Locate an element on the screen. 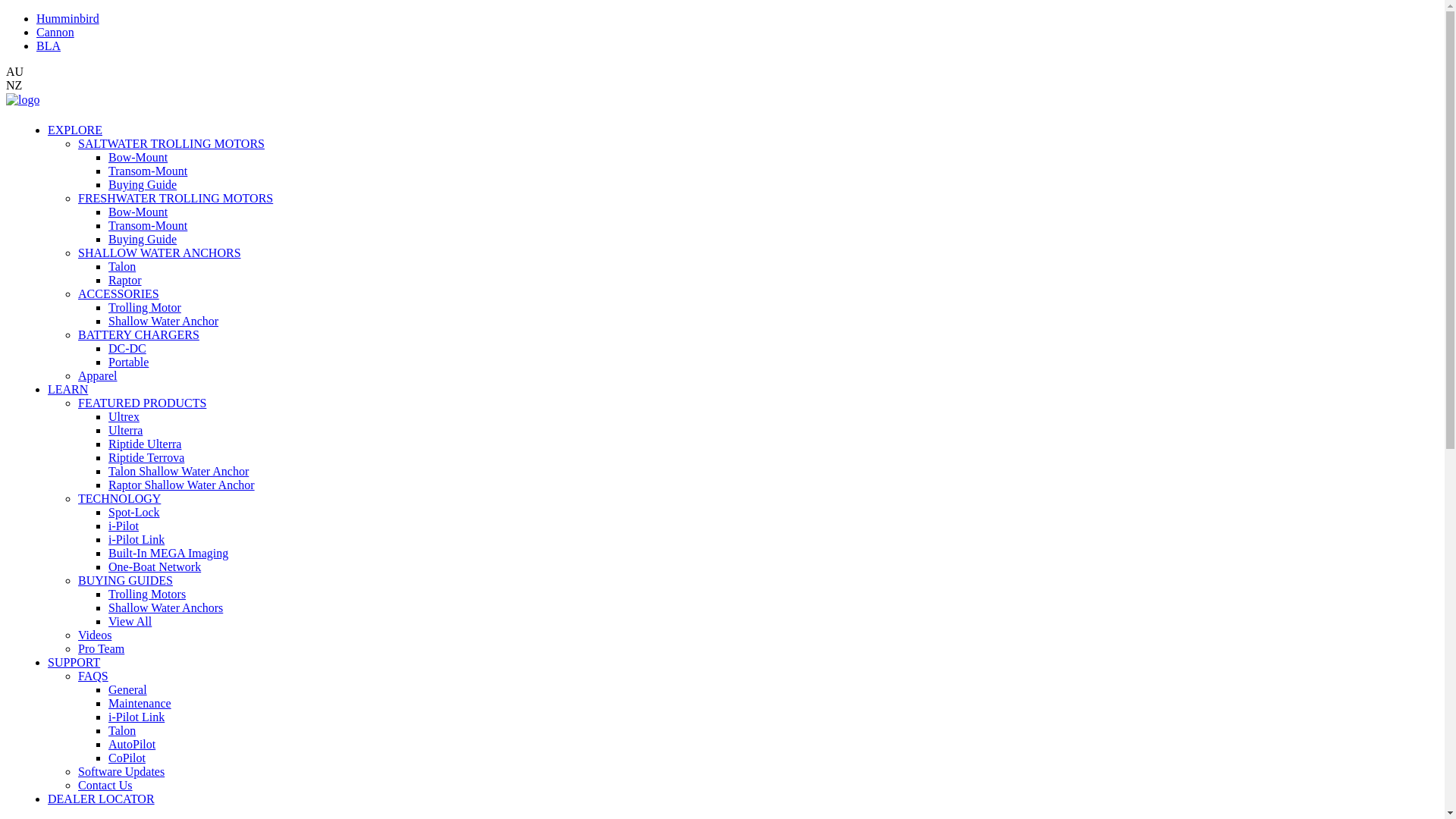  'Bow-Mount' is located at coordinates (138, 157).